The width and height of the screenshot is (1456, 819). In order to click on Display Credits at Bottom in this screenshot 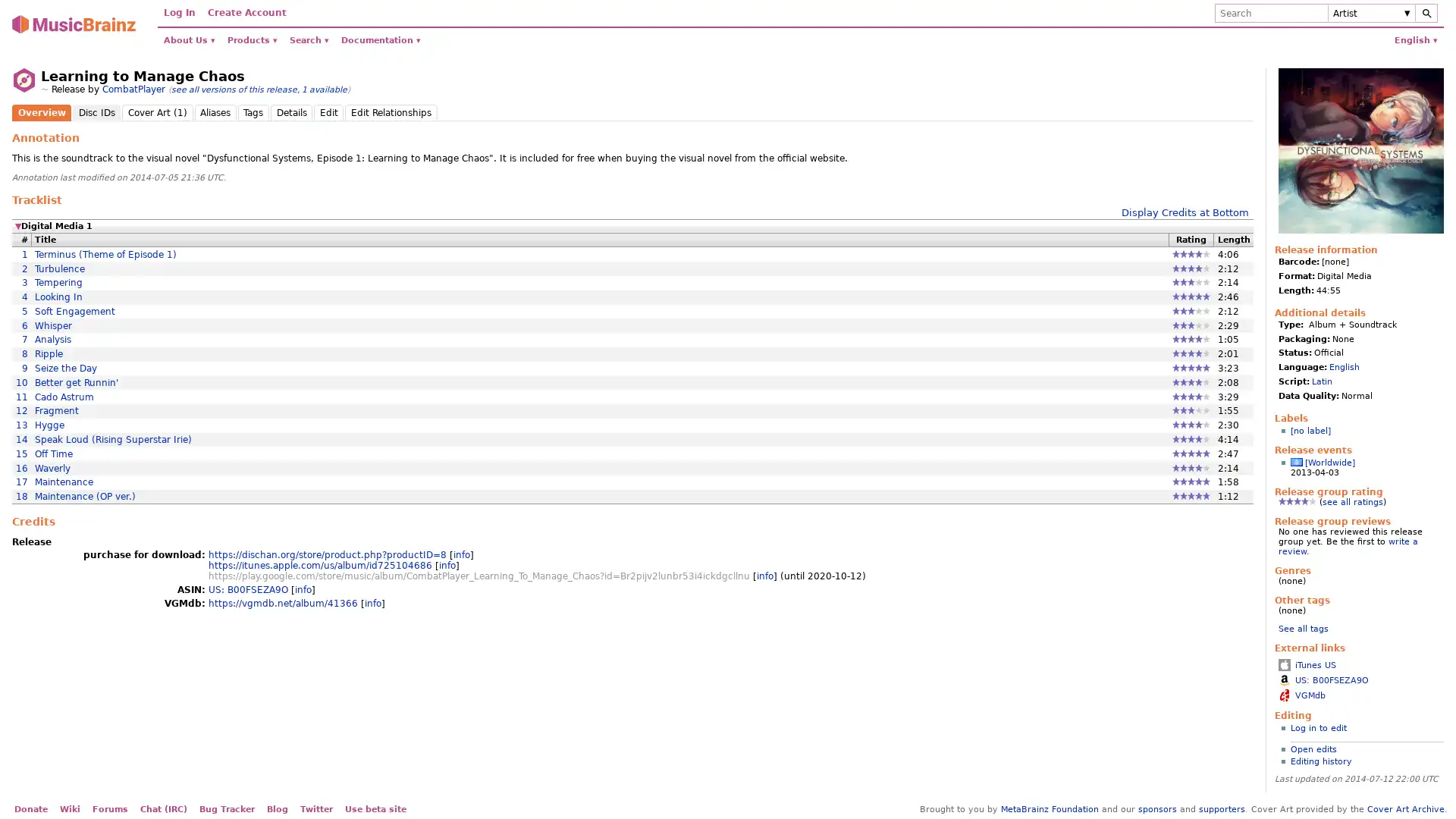, I will do `click(1185, 212)`.